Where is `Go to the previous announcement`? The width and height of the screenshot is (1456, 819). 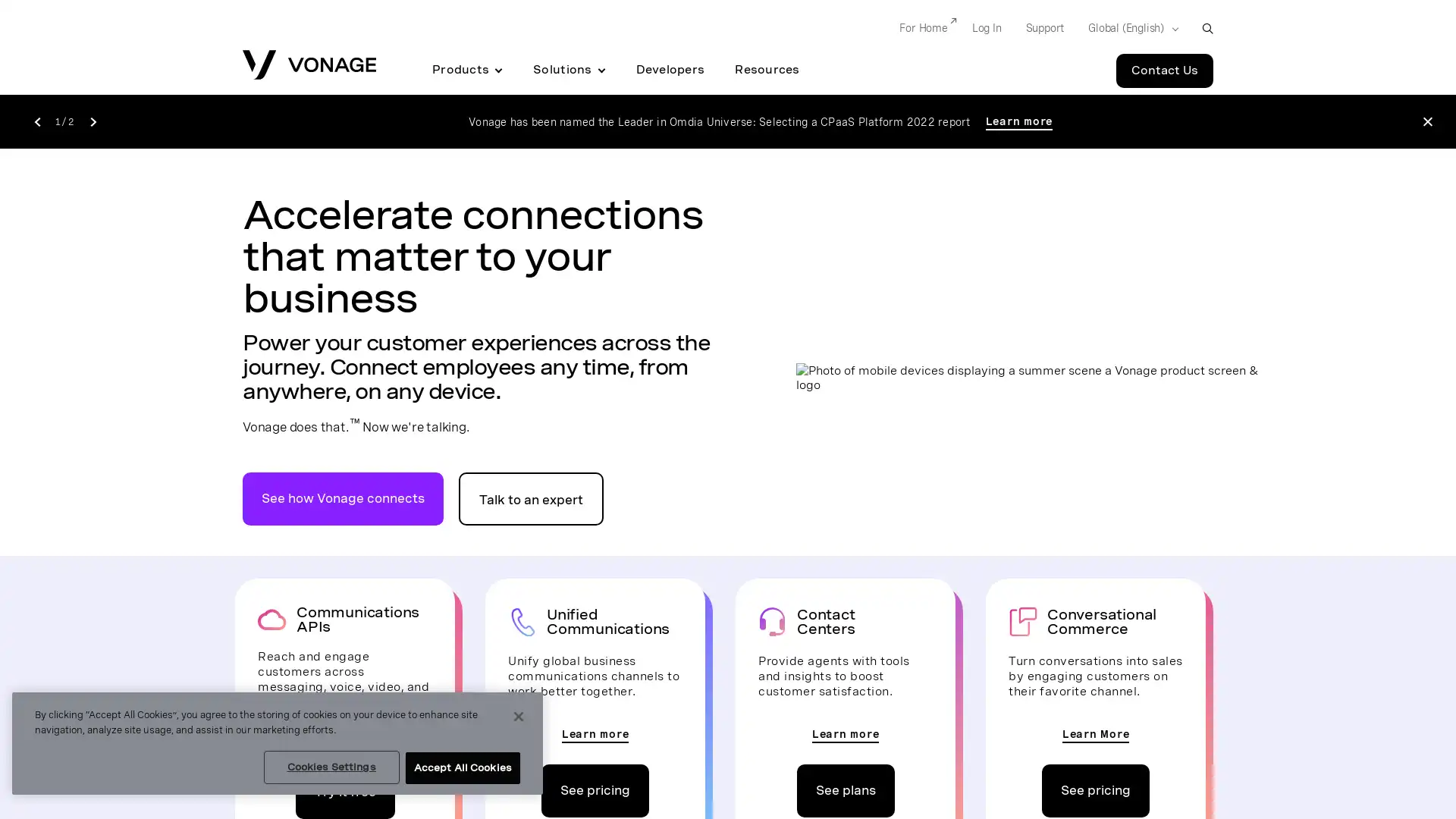
Go to the previous announcement is located at coordinates (36, 120).